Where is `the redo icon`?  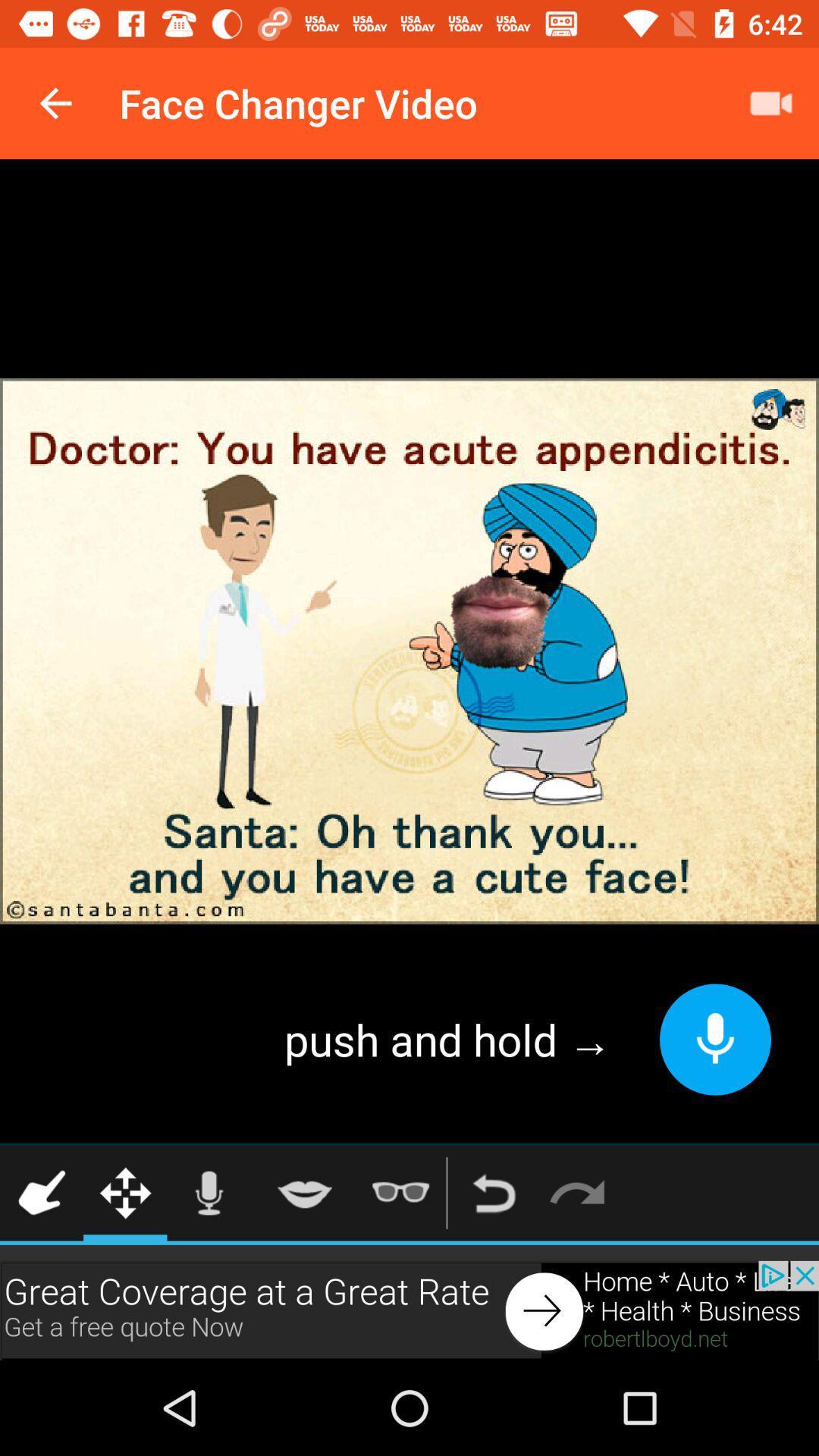 the redo icon is located at coordinates (577, 1192).